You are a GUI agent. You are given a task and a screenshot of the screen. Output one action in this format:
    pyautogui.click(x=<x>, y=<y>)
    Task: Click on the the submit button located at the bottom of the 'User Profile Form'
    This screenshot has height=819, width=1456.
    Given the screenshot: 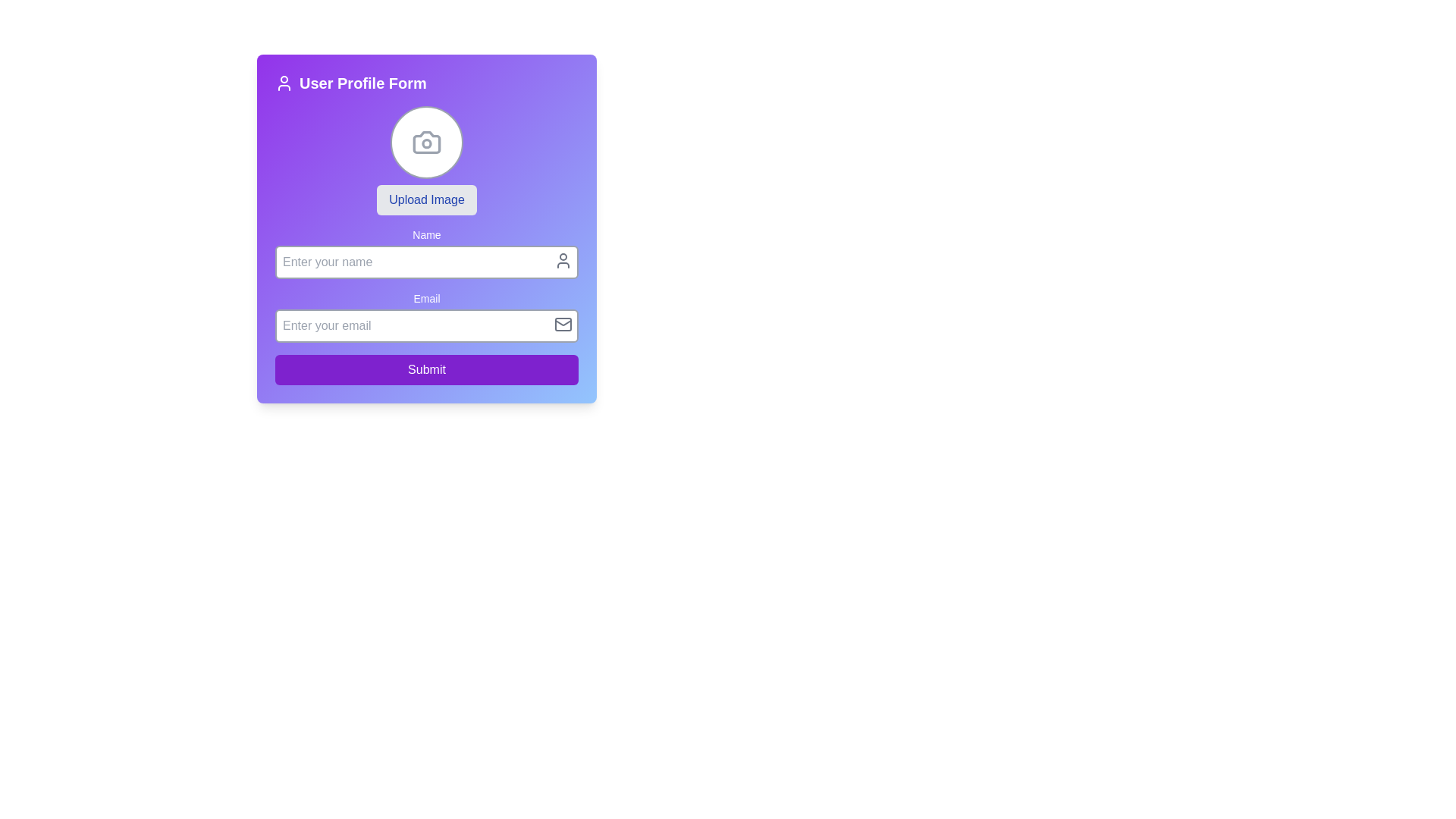 What is the action you would take?
    pyautogui.click(x=425, y=370)
    